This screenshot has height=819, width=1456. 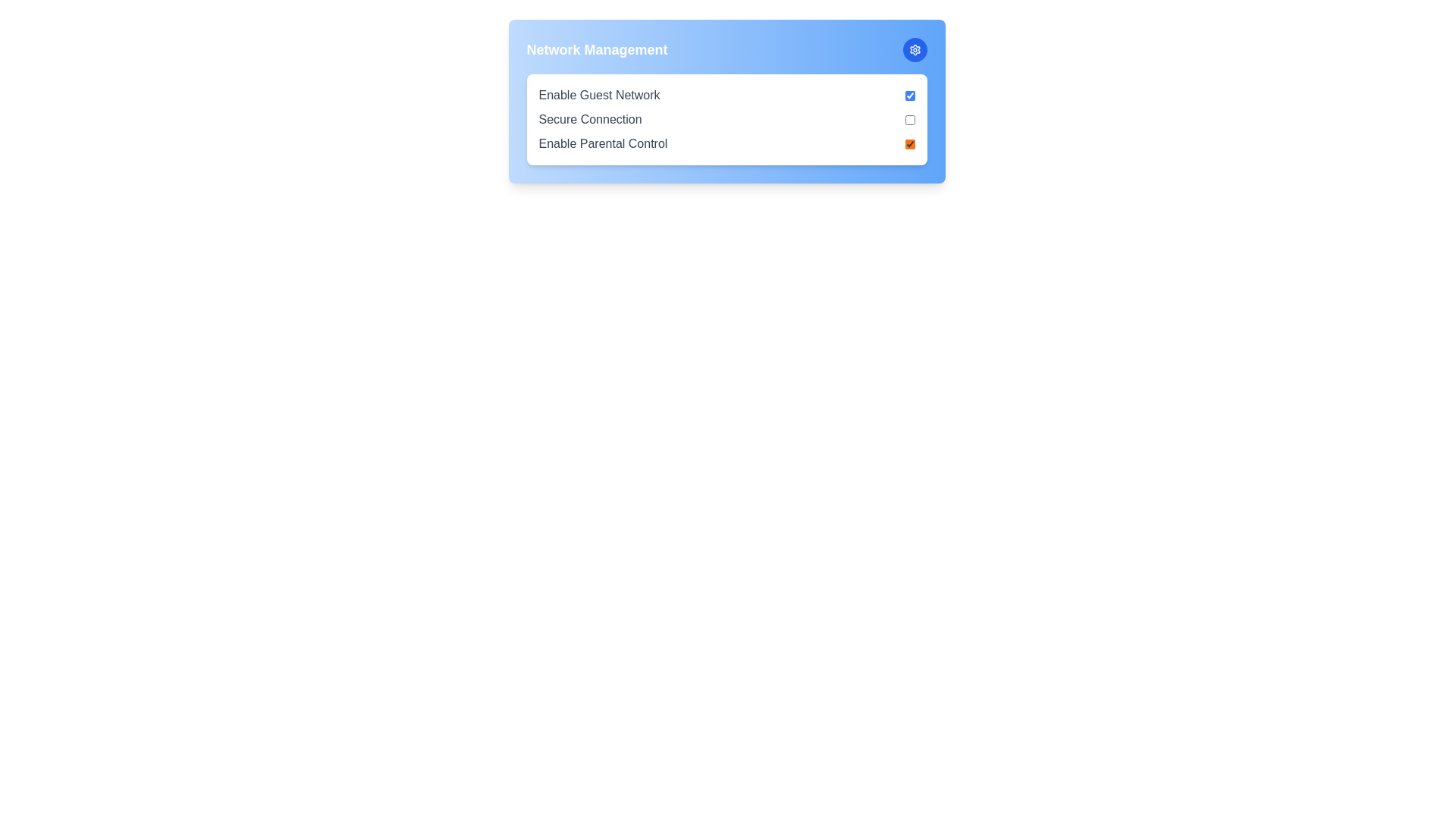 What do you see at coordinates (910, 96) in the screenshot?
I see `the checkbox` at bounding box center [910, 96].